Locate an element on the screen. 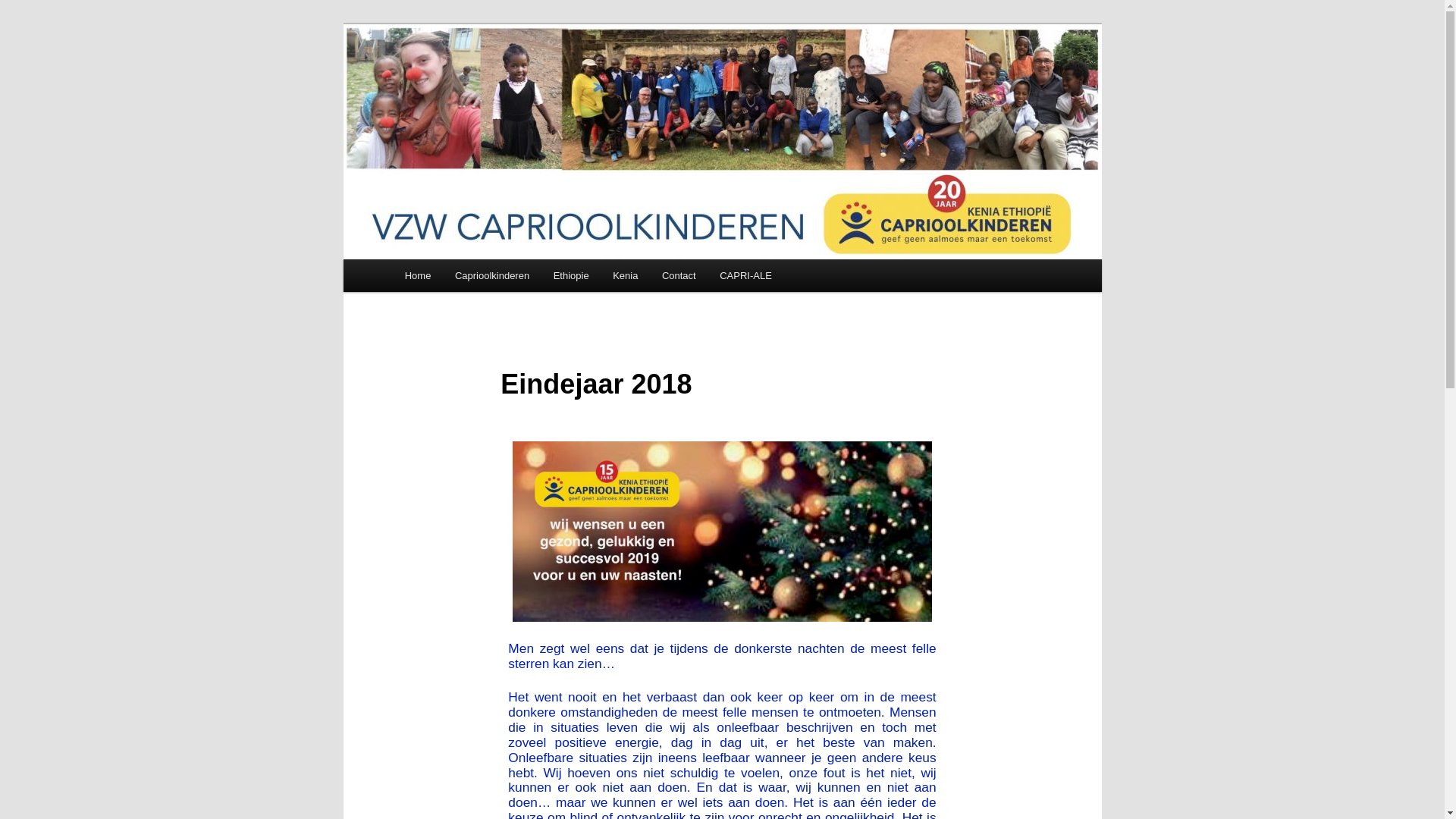 The height and width of the screenshot is (819, 1456). 'VZW Caprioolkinderen' is located at coordinates (522, 79).